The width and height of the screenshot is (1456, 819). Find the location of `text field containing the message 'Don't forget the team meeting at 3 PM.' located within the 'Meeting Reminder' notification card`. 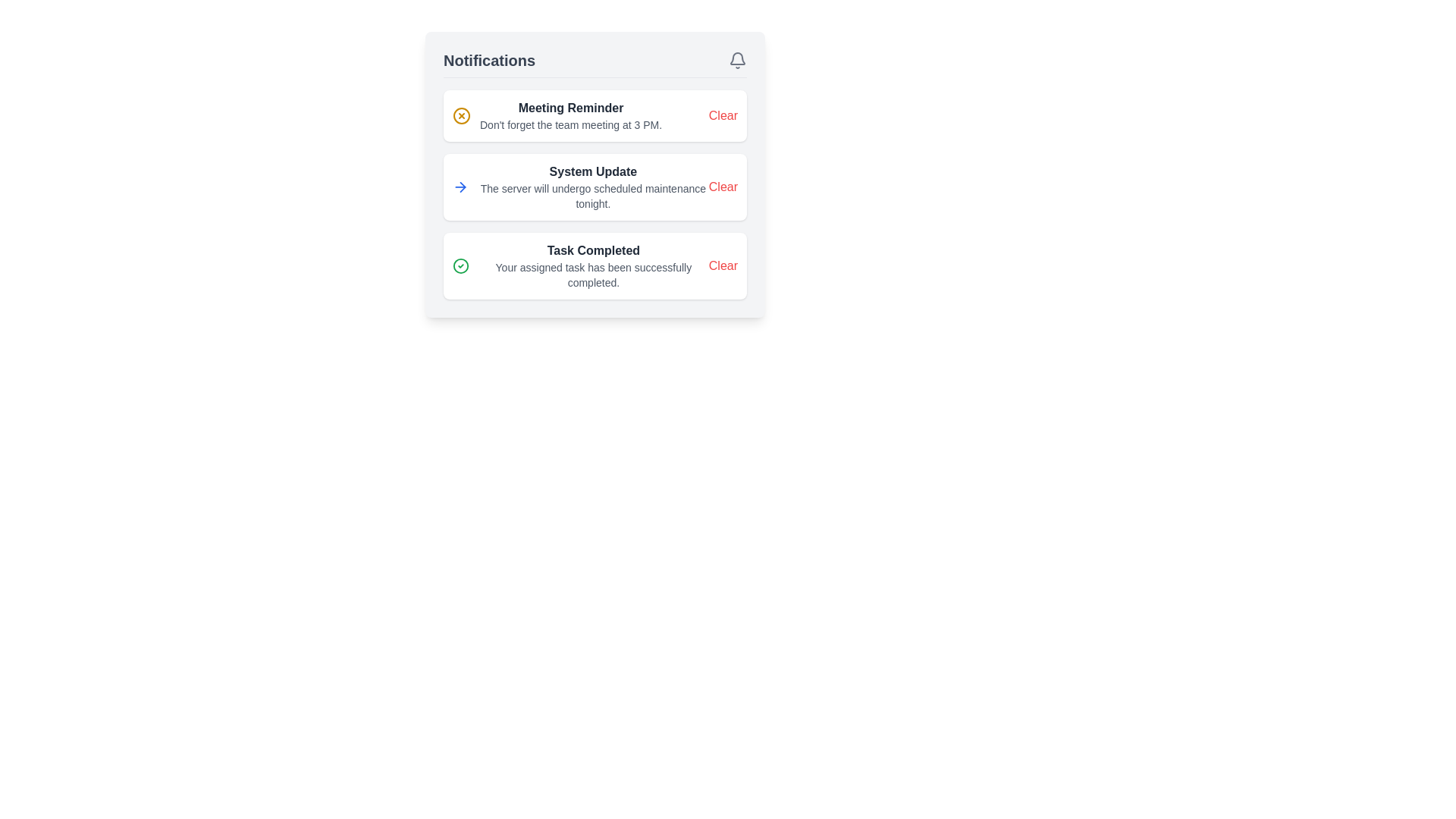

text field containing the message 'Don't forget the team meeting at 3 PM.' located within the 'Meeting Reminder' notification card is located at coordinates (570, 124).